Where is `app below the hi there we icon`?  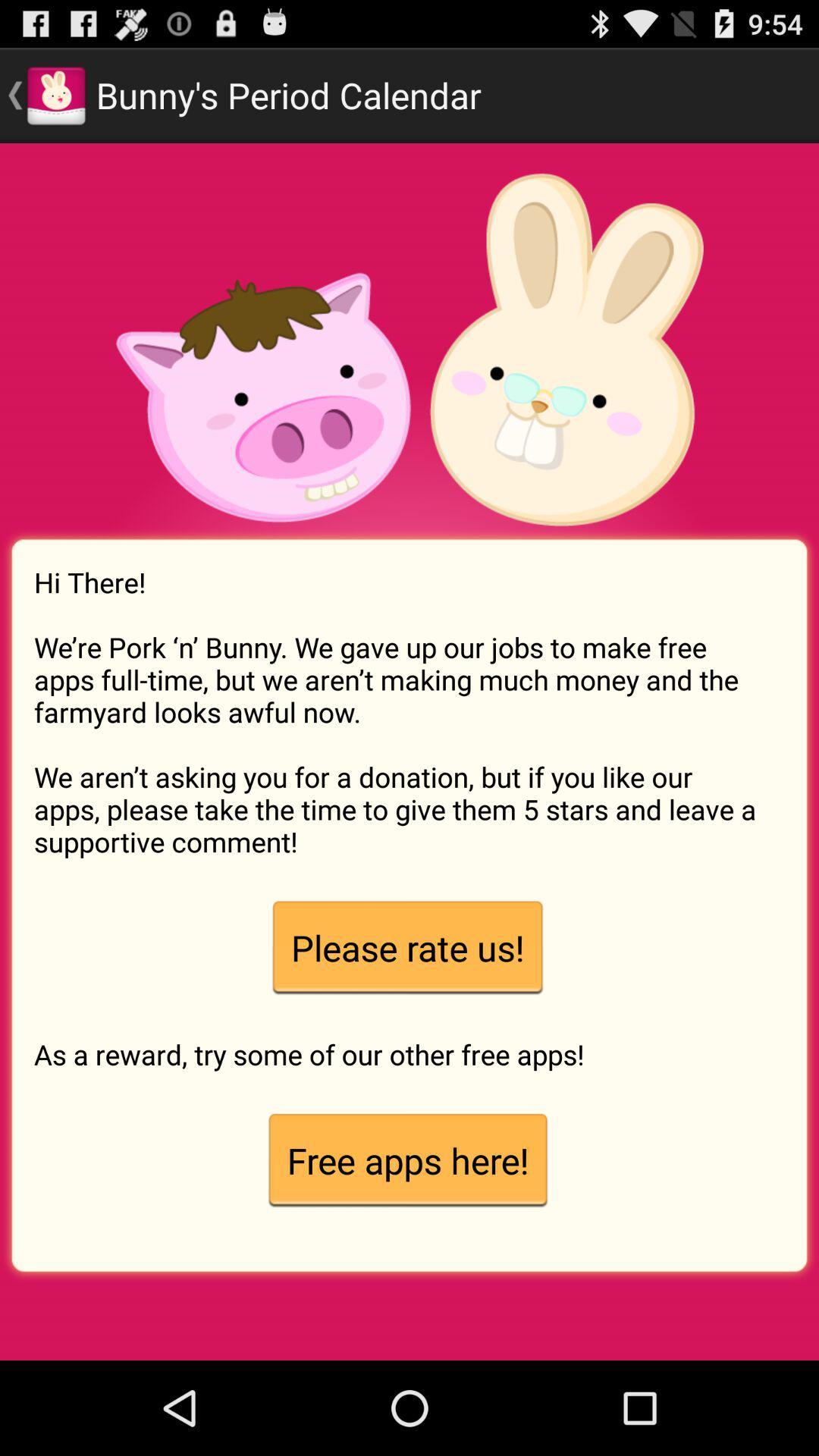 app below the hi there we icon is located at coordinates (406, 947).